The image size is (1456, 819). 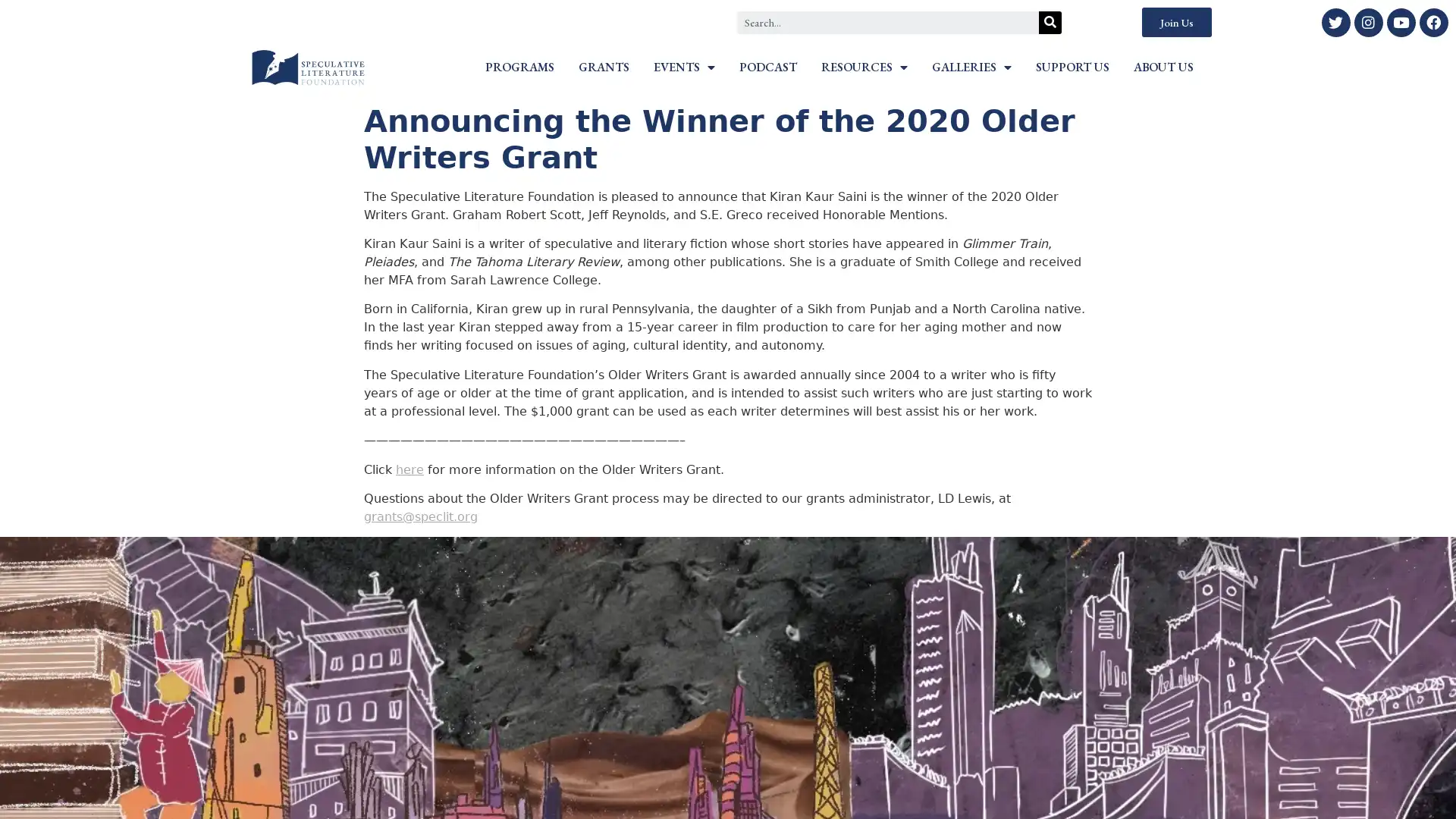 I want to click on Search, so click(x=1050, y=22).